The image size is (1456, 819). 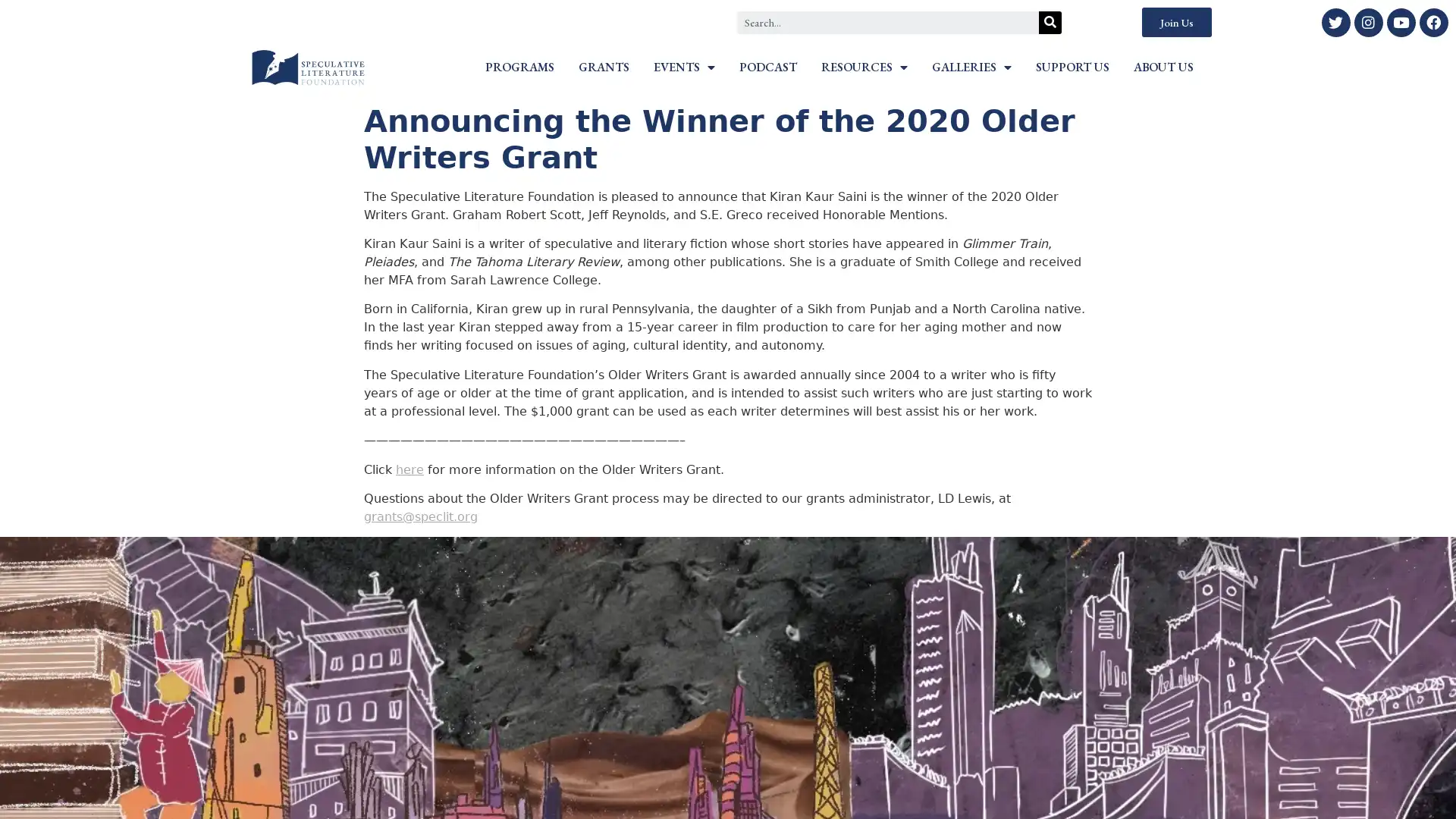 I want to click on Search, so click(x=1050, y=22).